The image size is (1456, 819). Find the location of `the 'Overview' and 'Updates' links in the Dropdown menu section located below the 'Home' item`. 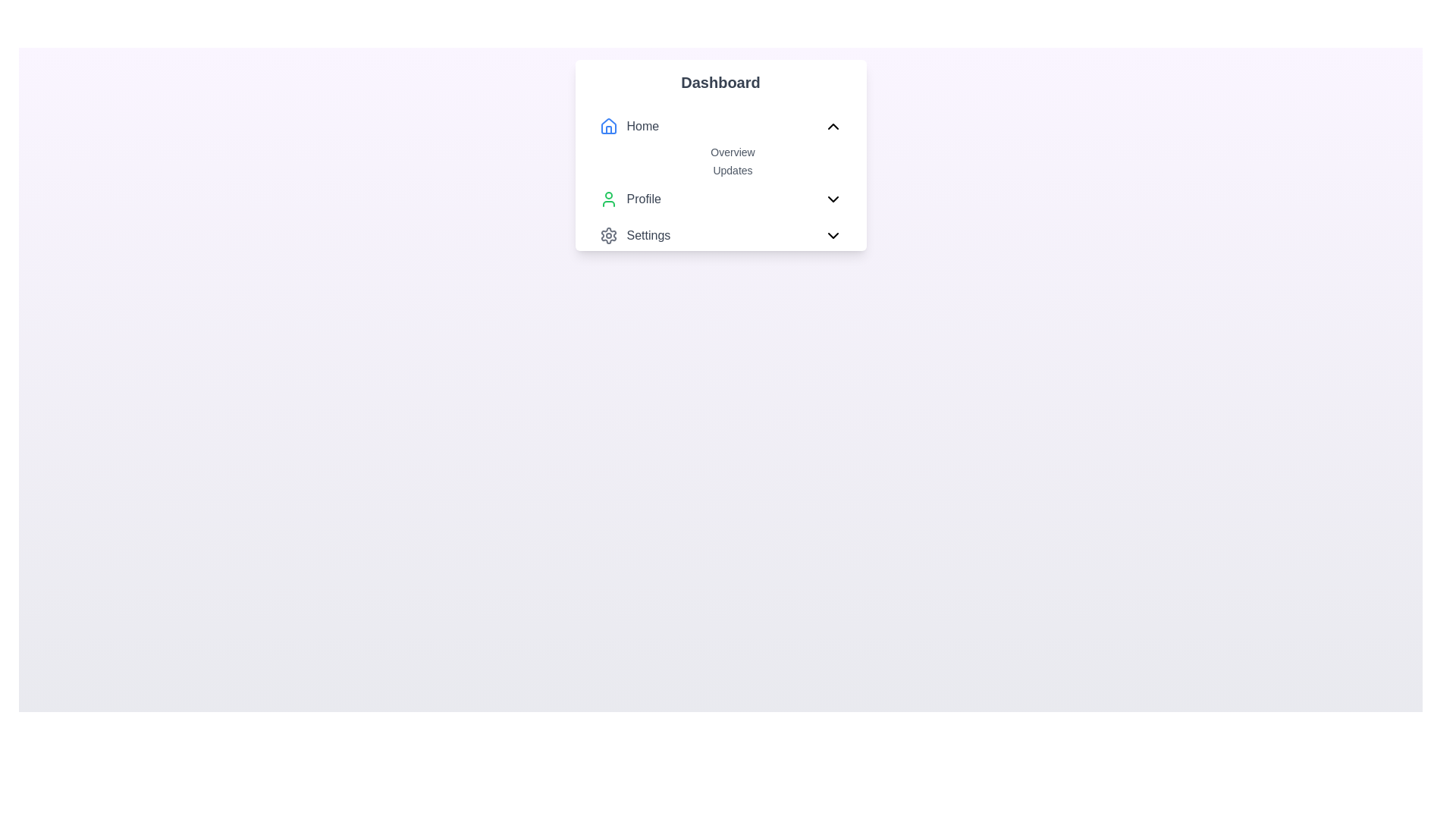

the 'Overview' and 'Updates' links in the Dropdown menu section located below the 'Home' item is located at coordinates (733, 161).